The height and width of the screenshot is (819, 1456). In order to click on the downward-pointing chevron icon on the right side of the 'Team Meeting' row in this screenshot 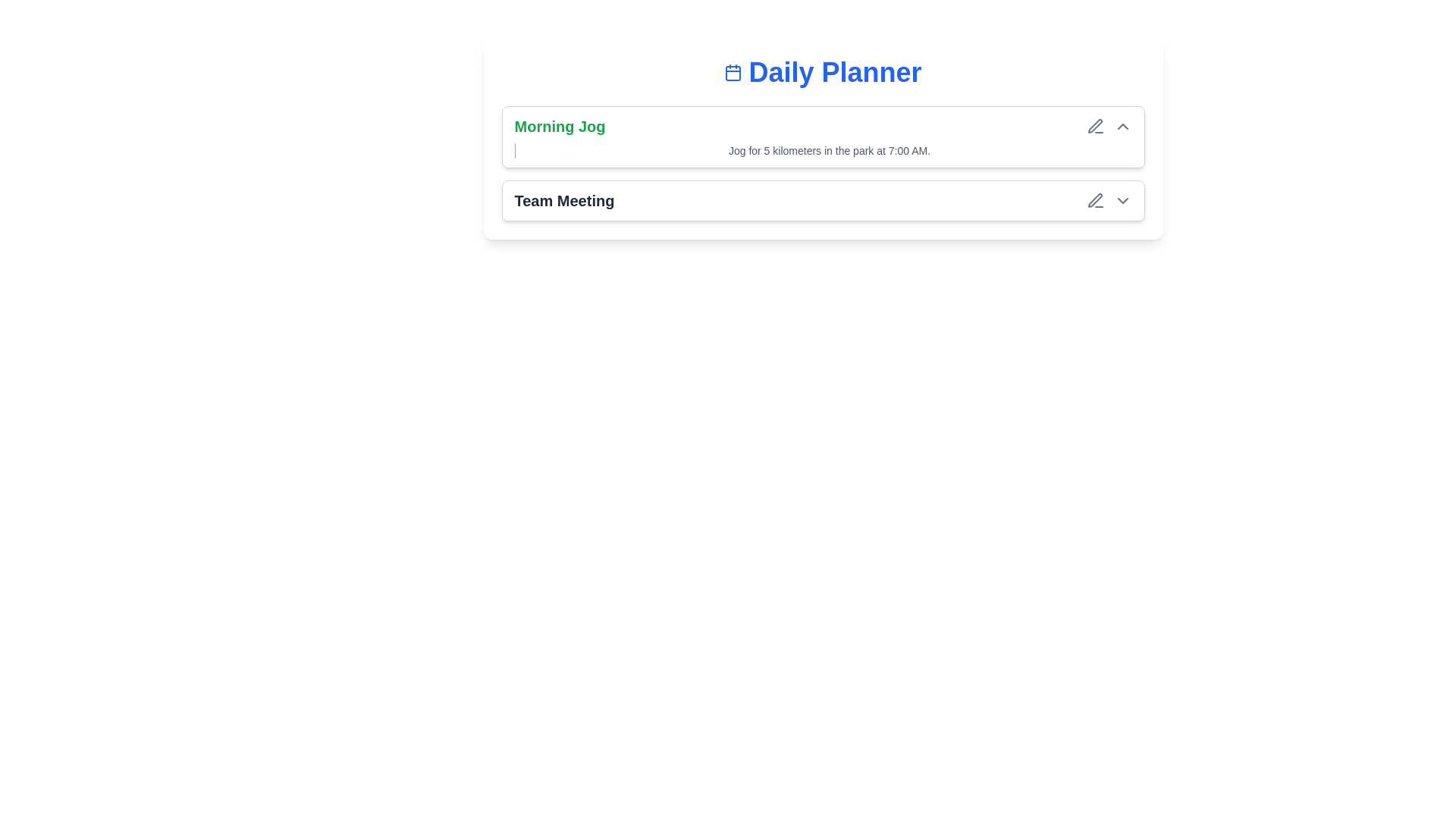, I will do `click(1122, 200)`.